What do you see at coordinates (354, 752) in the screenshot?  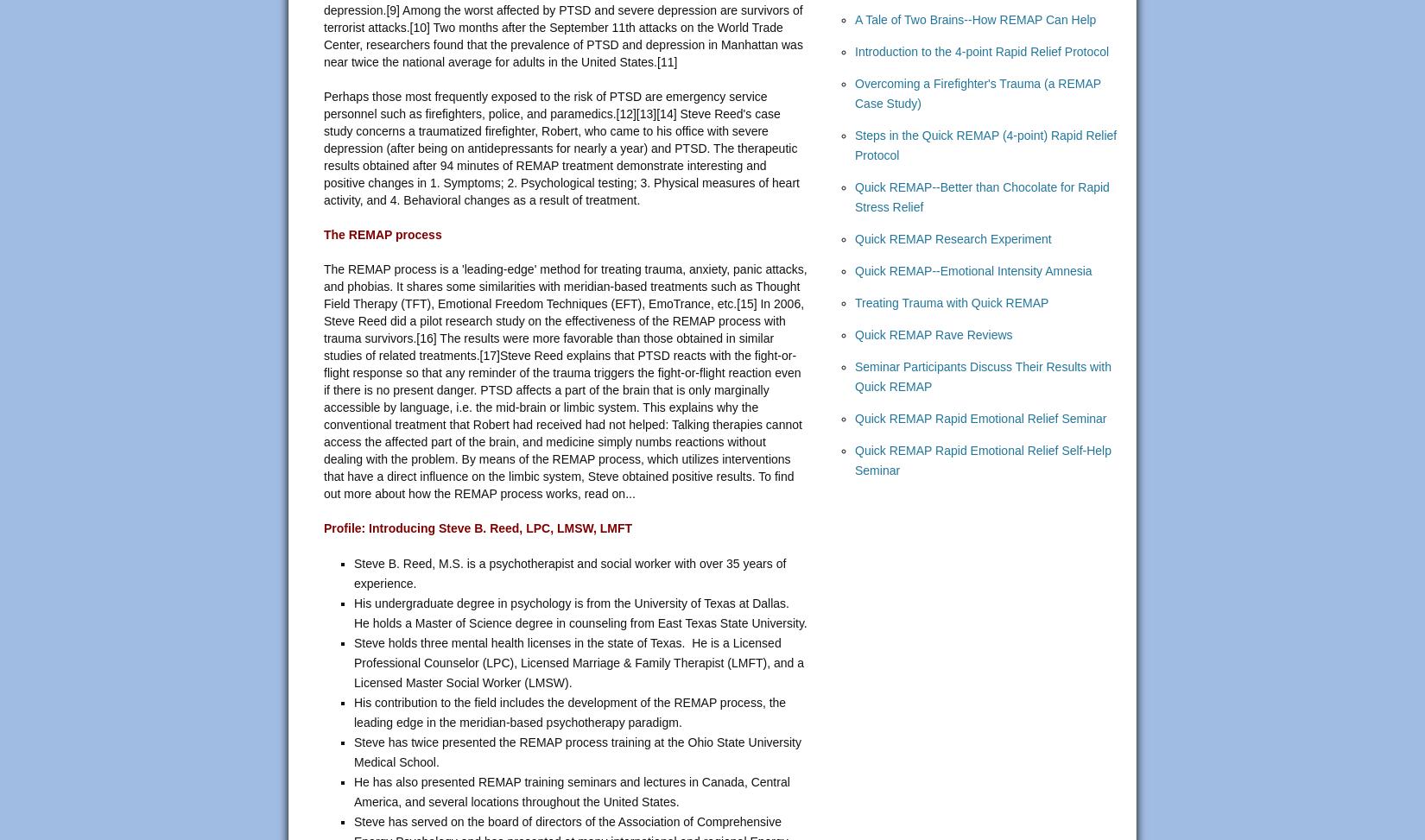 I see `'Steve has twice presented the REMAP process training at the Ohio State University Medical School.'` at bounding box center [354, 752].